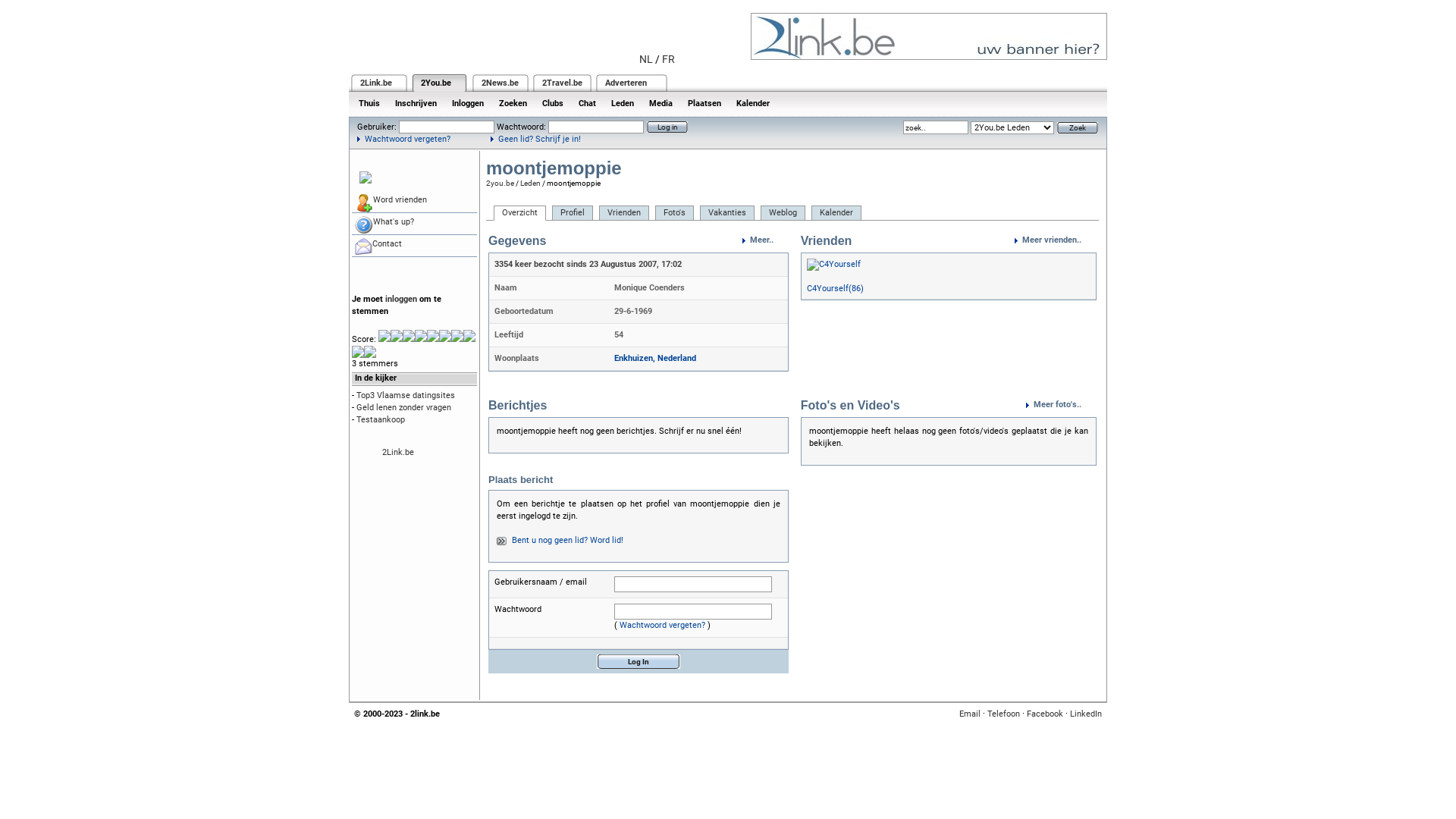  Describe the element at coordinates (1084, 714) in the screenshot. I see `'LinkedIn'` at that location.